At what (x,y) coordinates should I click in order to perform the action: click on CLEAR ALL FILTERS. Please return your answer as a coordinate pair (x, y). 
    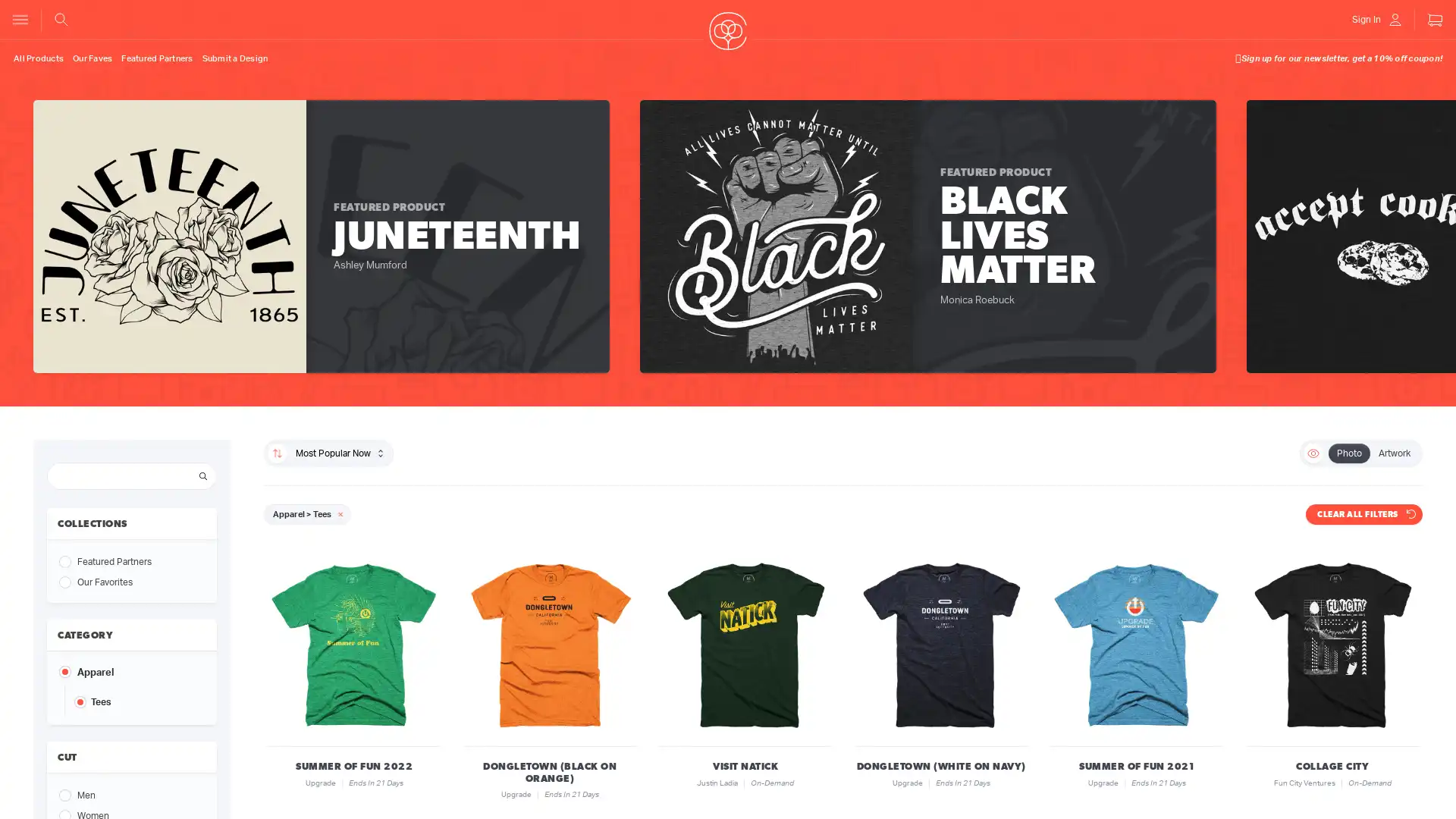
    Looking at the image, I should click on (1364, 513).